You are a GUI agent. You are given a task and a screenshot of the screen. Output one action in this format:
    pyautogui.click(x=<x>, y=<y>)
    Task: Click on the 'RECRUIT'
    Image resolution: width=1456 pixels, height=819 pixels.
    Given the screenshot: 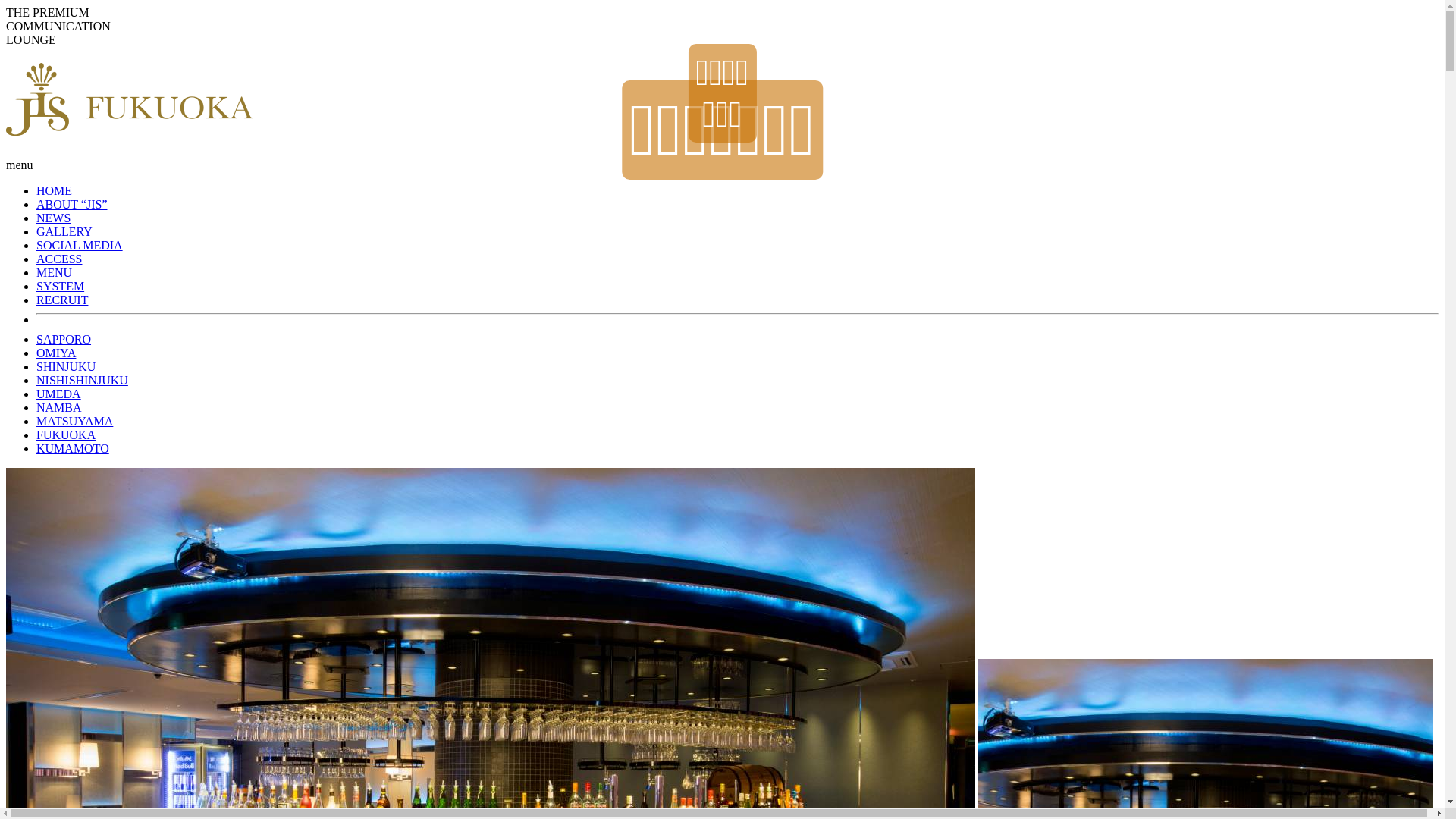 What is the action you would take?
    pyautogui.click(x=61, y=300)
    